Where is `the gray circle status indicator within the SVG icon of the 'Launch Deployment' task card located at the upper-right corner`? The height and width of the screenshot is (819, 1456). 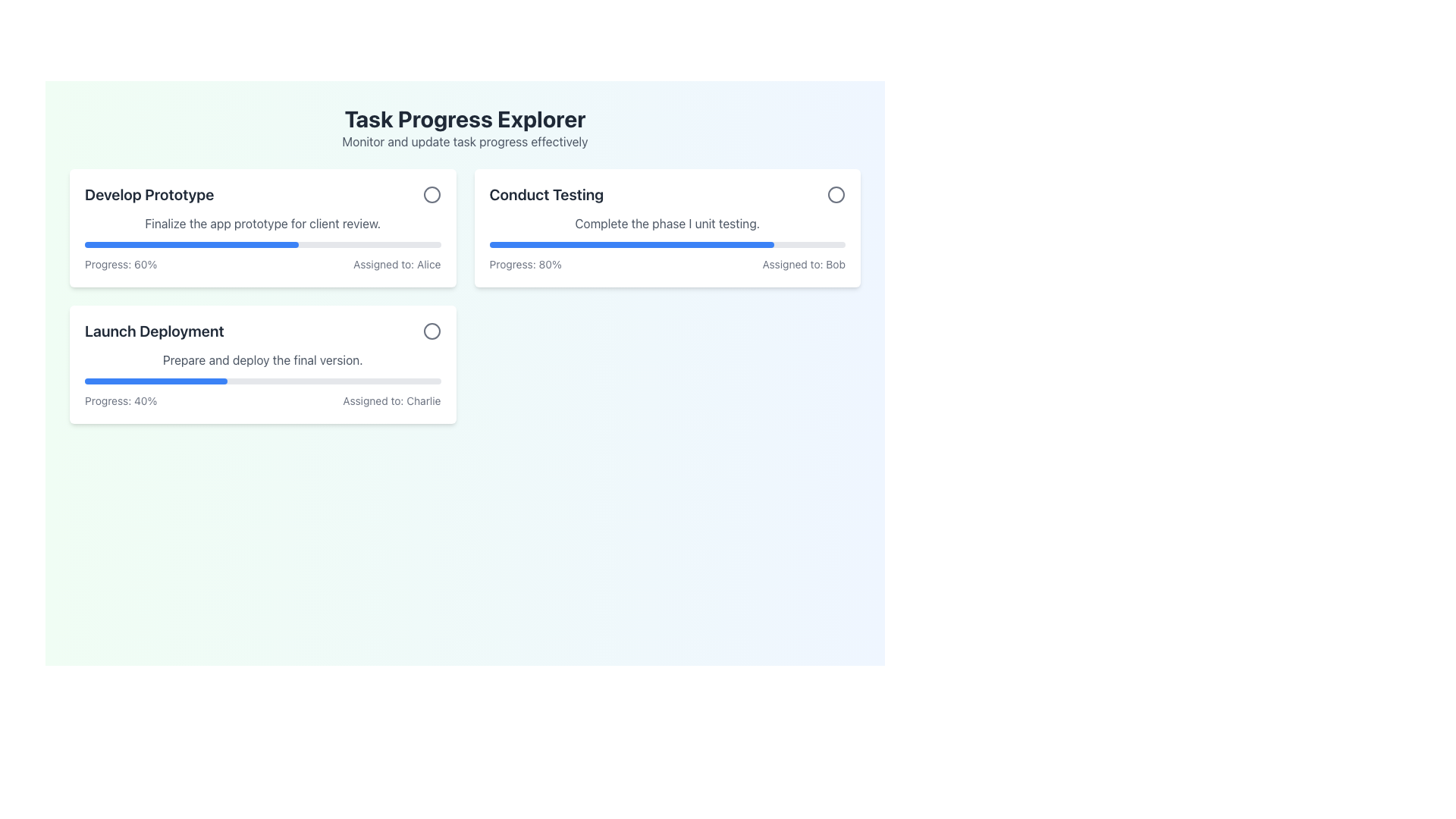
the gray circle status indicator within the SVG icon of the 'Launch Deployment' task card located at the upper-right corner is located at coordinates (431, 330).